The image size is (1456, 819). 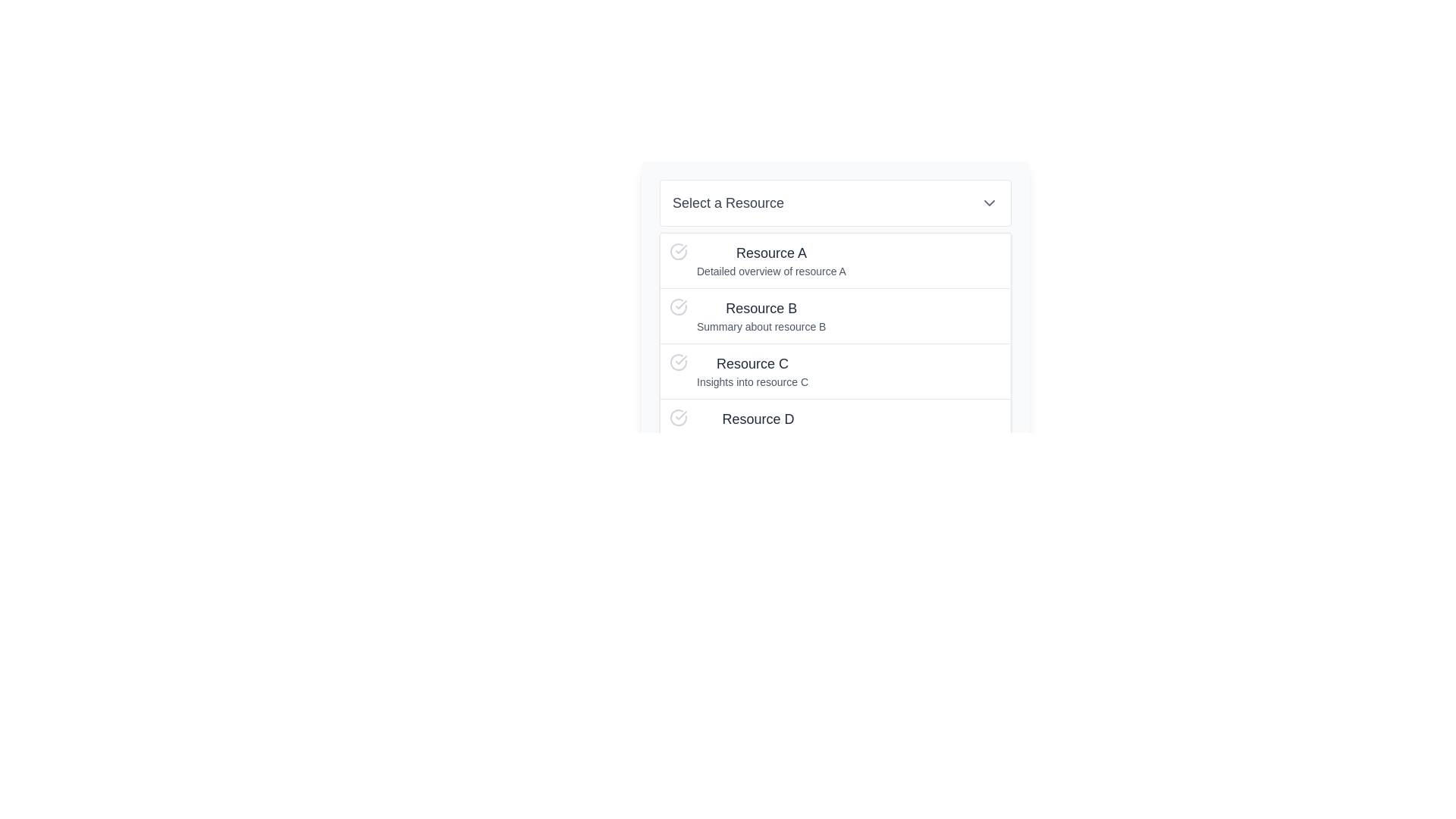 What do you see at coordinates (677, 250) in the screenshot?
I see `the circular gray icon with a checkmark indicating a completed state, located near the text 'Resource A' in the top-left corner of the interface` at bounding box center [677, 250].